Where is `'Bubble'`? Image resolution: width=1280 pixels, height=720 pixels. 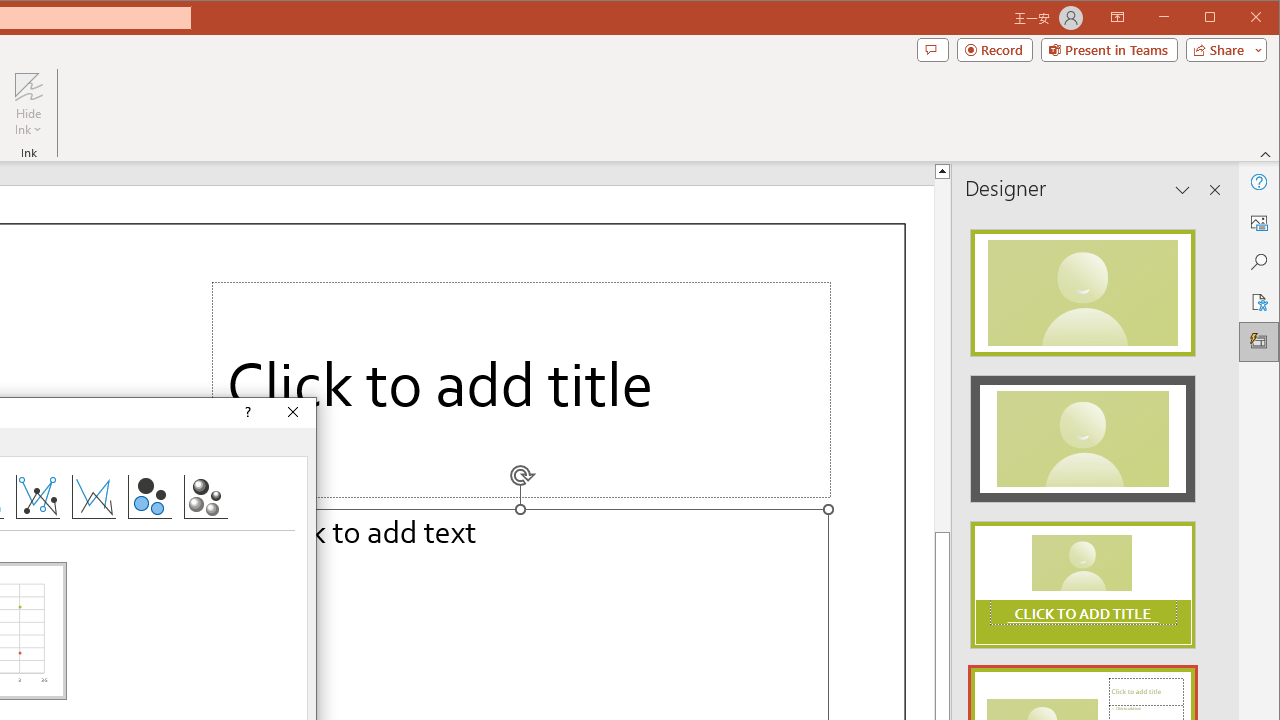 'Bubble' is located at coordinates (148, 495).